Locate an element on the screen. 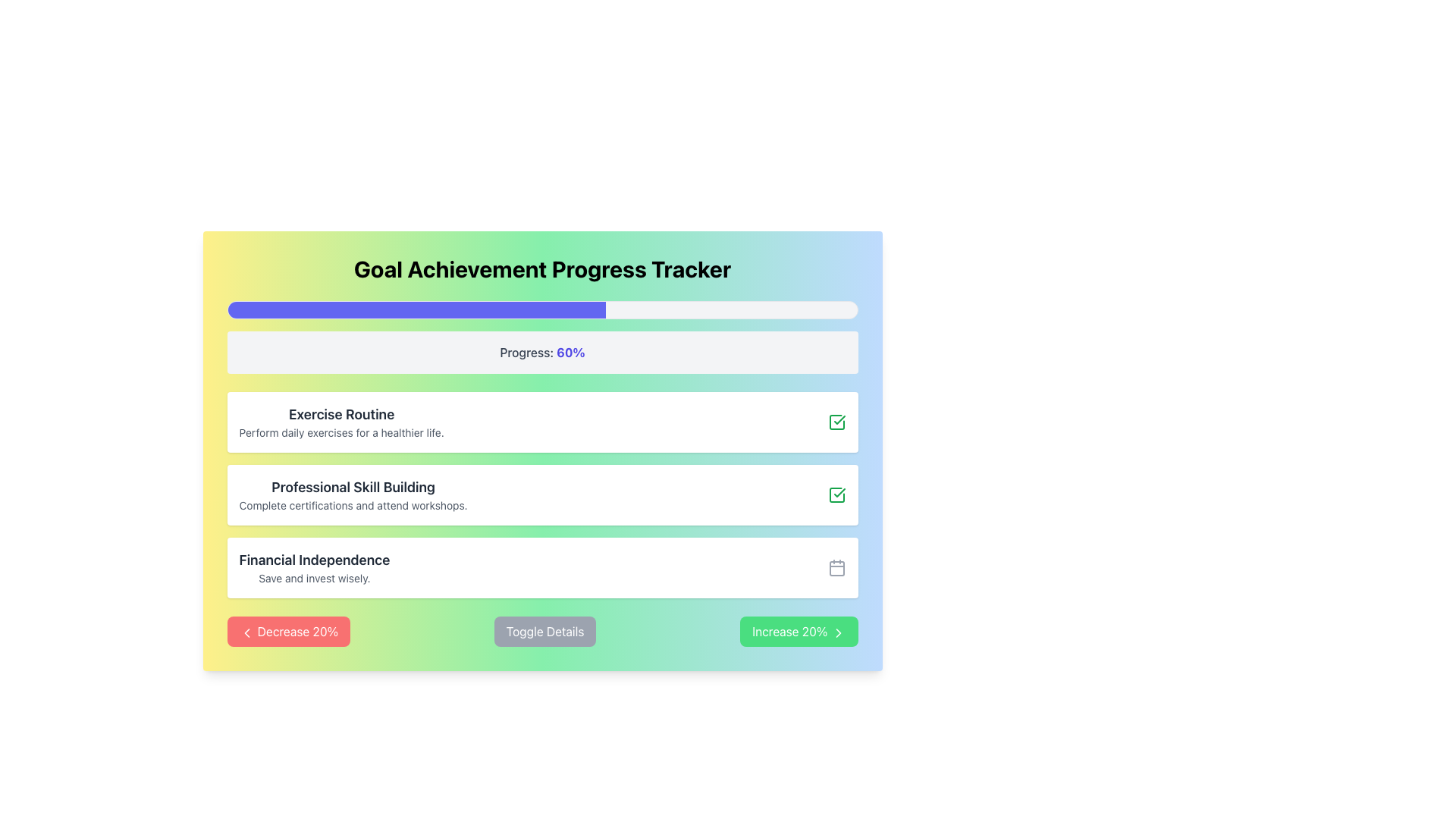 The height and width of the screenshot is (819, 1456). the text display showing 'Progress: 60%' that is located below the progress bar in the progress tracker interface is located at coordinates (542, 353).